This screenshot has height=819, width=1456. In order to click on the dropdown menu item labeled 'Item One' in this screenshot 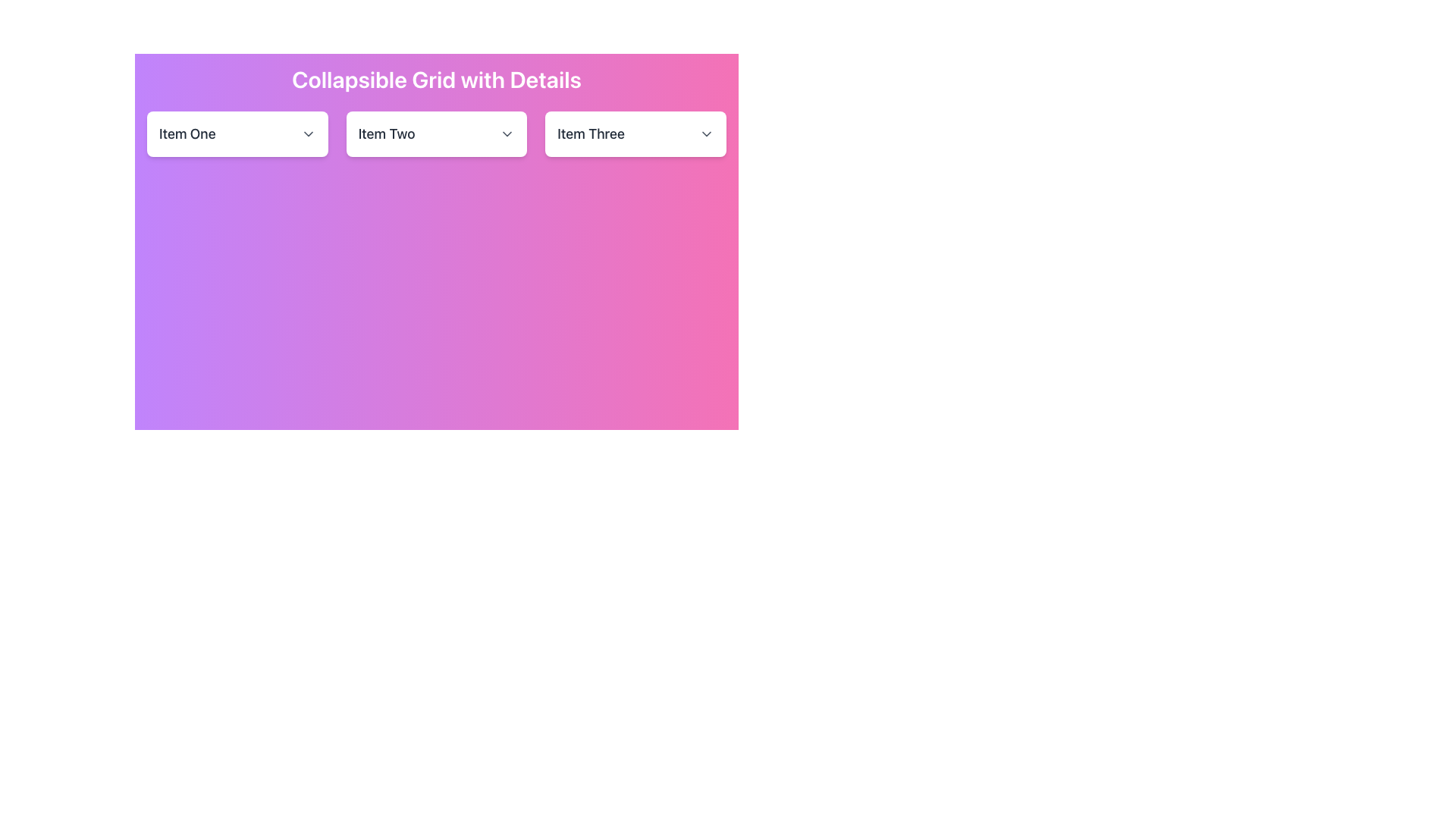, I will do `click(237, 133)`.